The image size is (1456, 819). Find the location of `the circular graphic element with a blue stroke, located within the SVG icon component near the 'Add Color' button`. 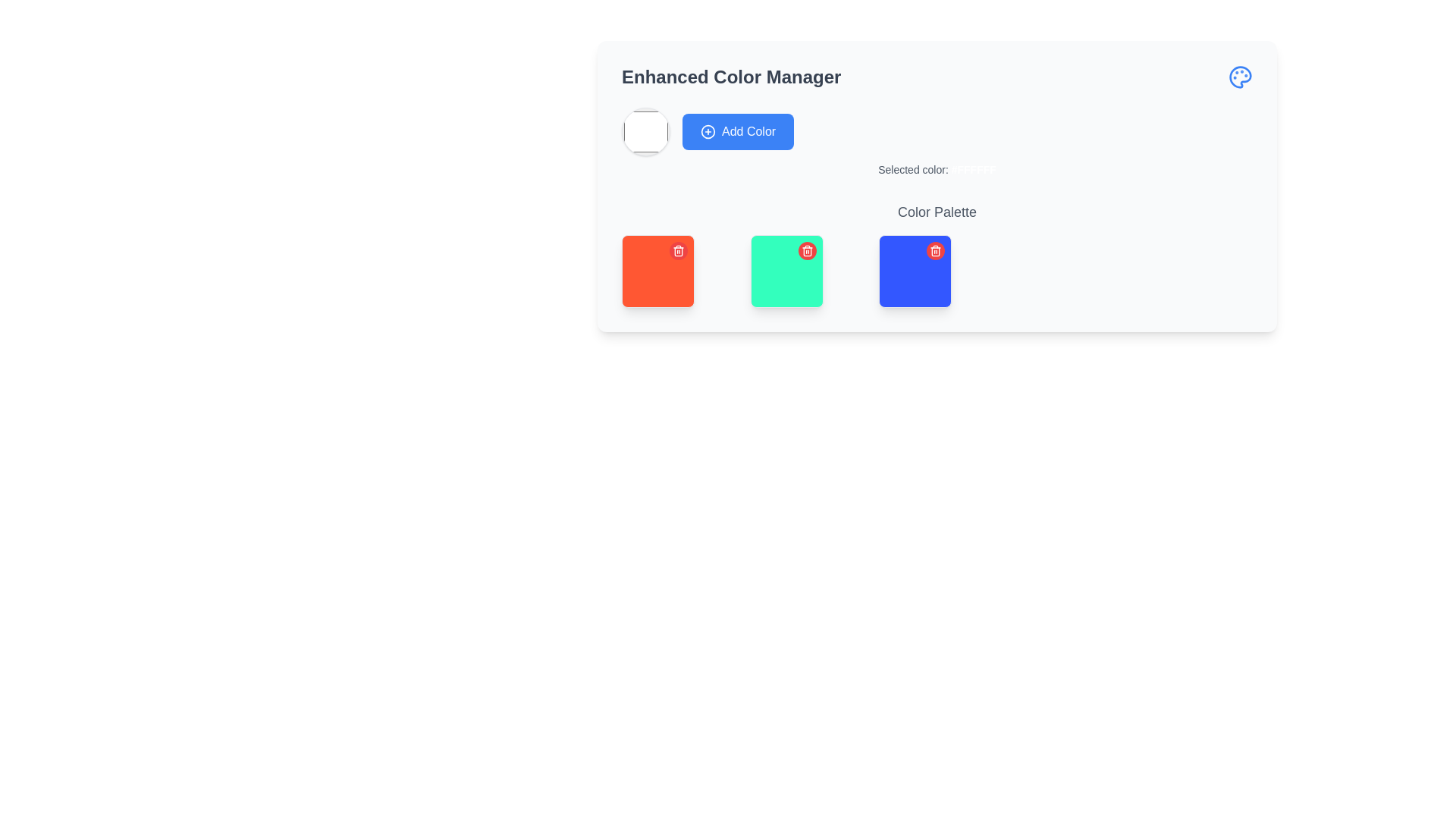

the circular graphic element with a blue stroke, located within the SVG icon component near the 'Add Color' button is located at coordinates (708, 130).